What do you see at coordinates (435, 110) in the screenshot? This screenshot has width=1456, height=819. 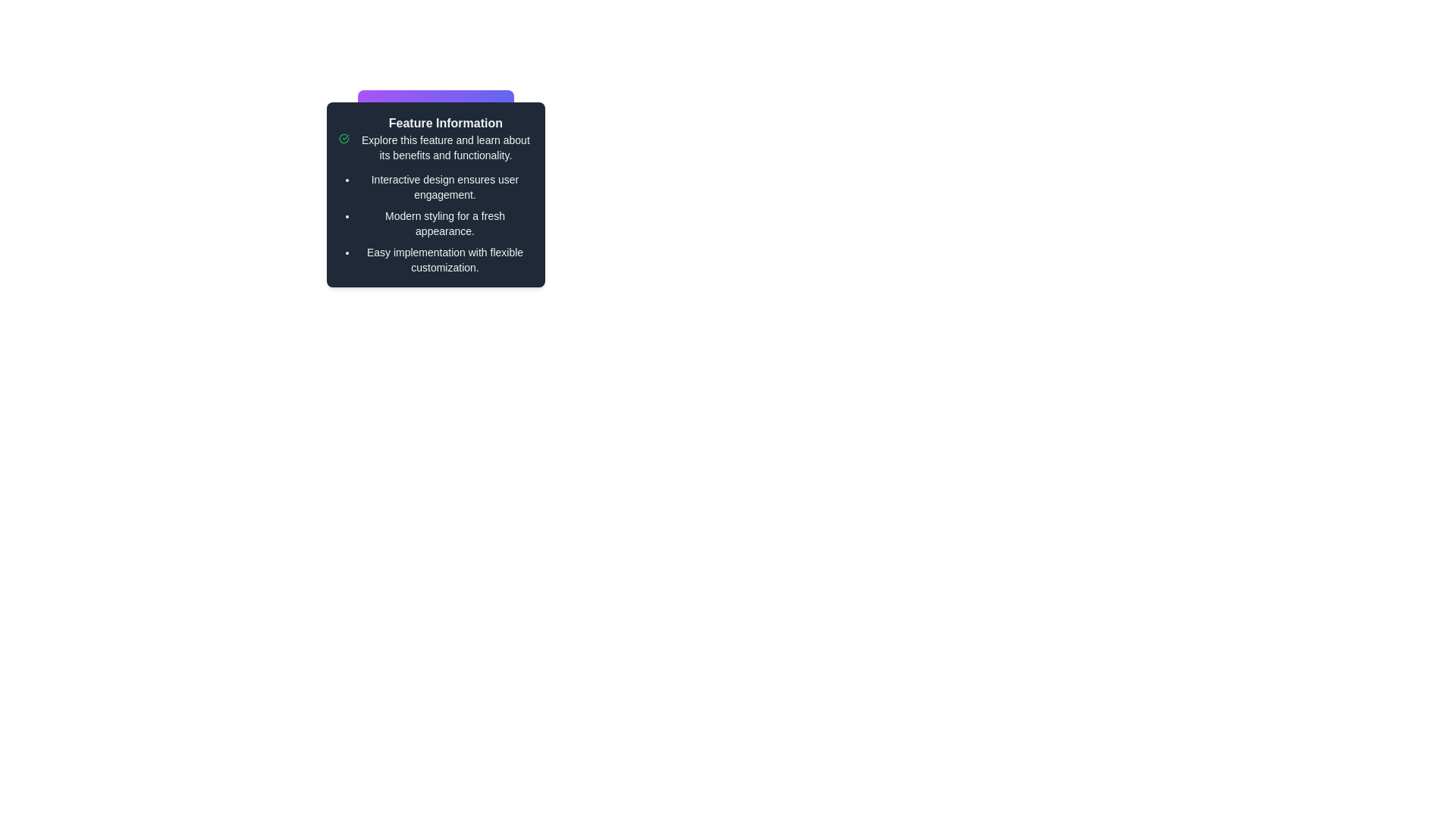 I see `text content of the 'Feature Information' title displayed in bold white text on a dark background, which is part of a larger informational panel` at bounding box center [435, 110].